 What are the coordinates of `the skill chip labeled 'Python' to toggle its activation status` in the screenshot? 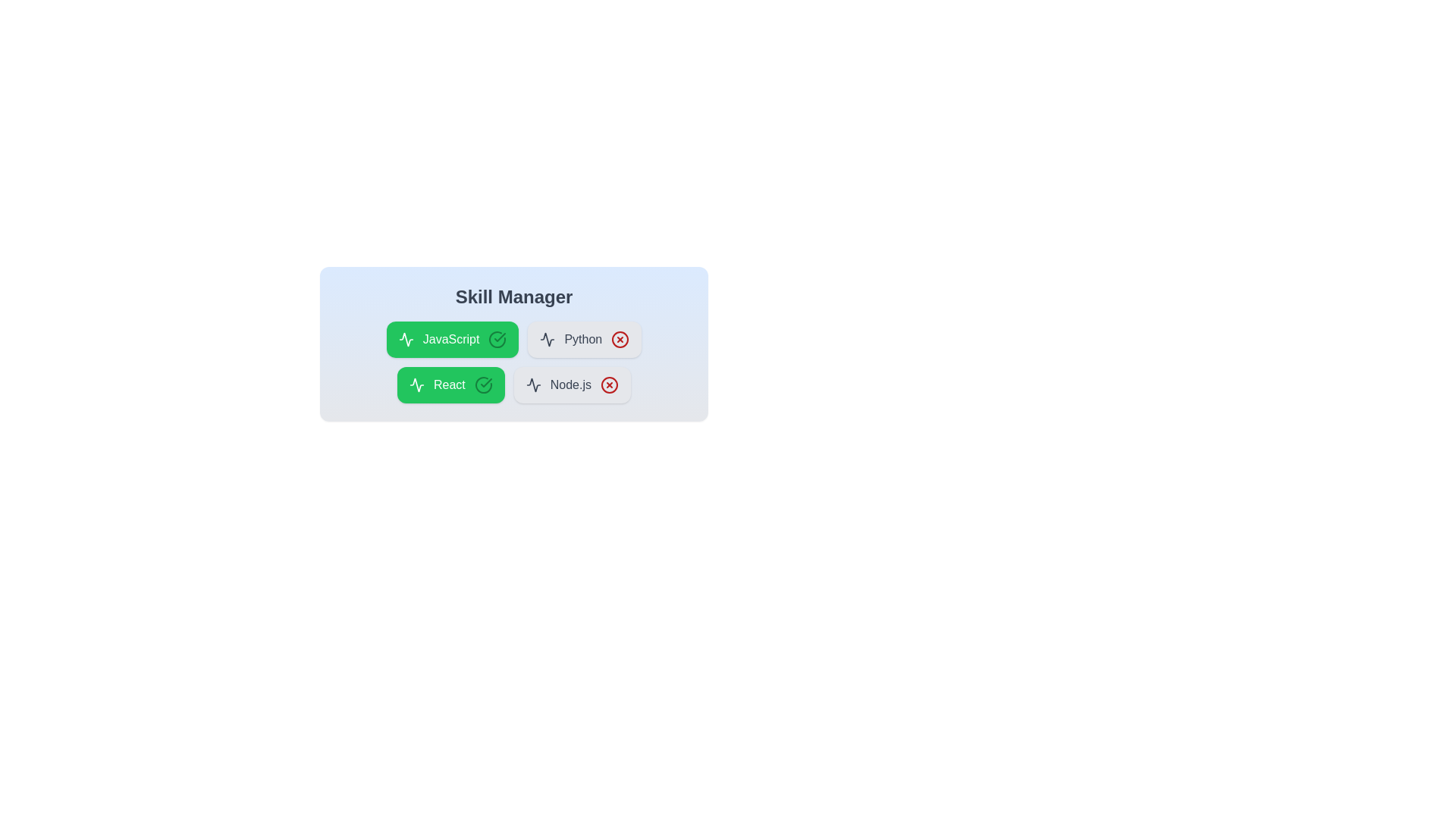 It's located at (584, 338).